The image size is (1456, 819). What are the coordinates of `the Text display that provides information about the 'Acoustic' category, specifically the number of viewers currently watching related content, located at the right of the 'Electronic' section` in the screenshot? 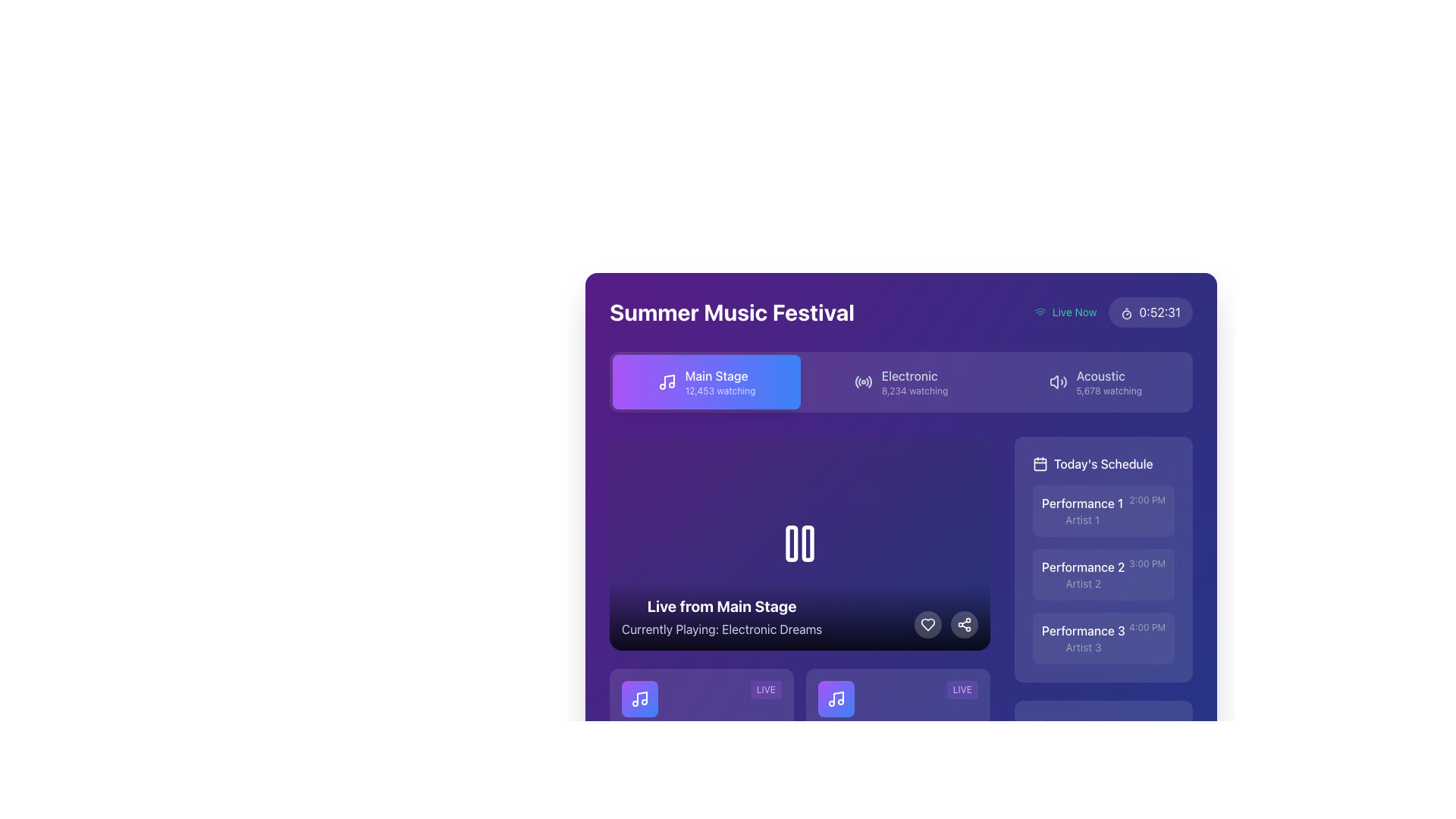 It's located at (1109, 381).